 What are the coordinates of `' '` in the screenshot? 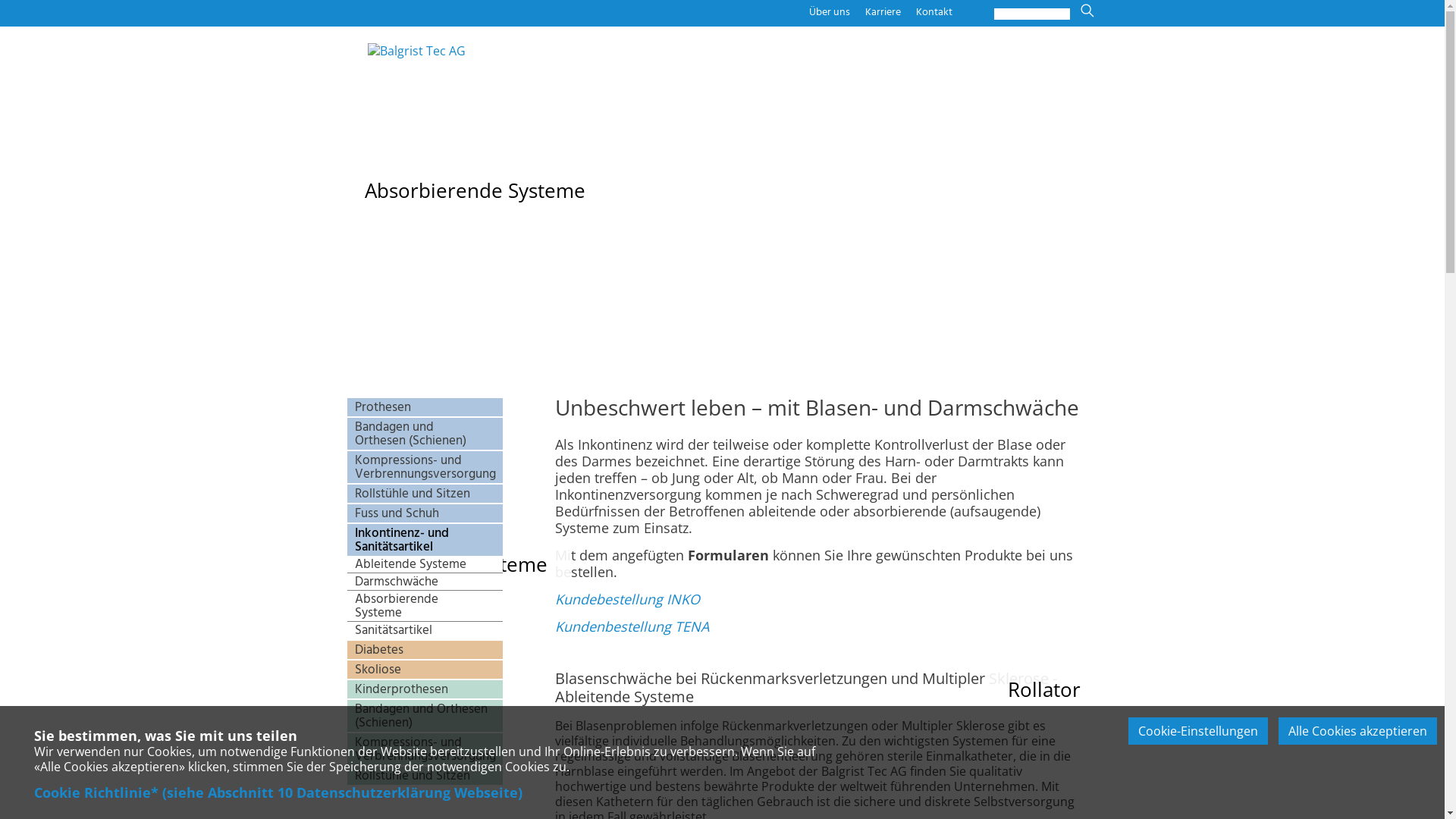 It's located at (1079, 76).